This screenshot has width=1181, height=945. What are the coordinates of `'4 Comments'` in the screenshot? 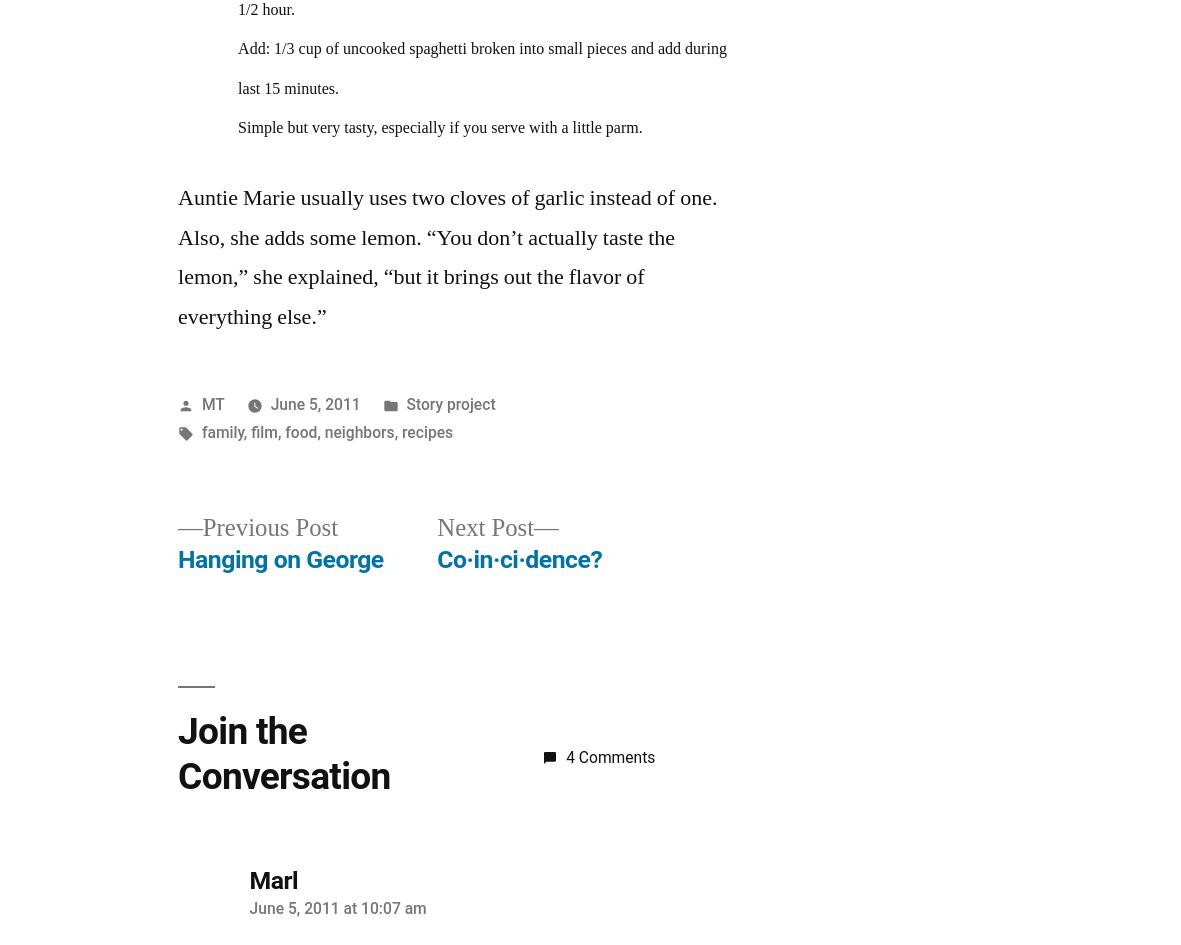 It's located at (565, 756).